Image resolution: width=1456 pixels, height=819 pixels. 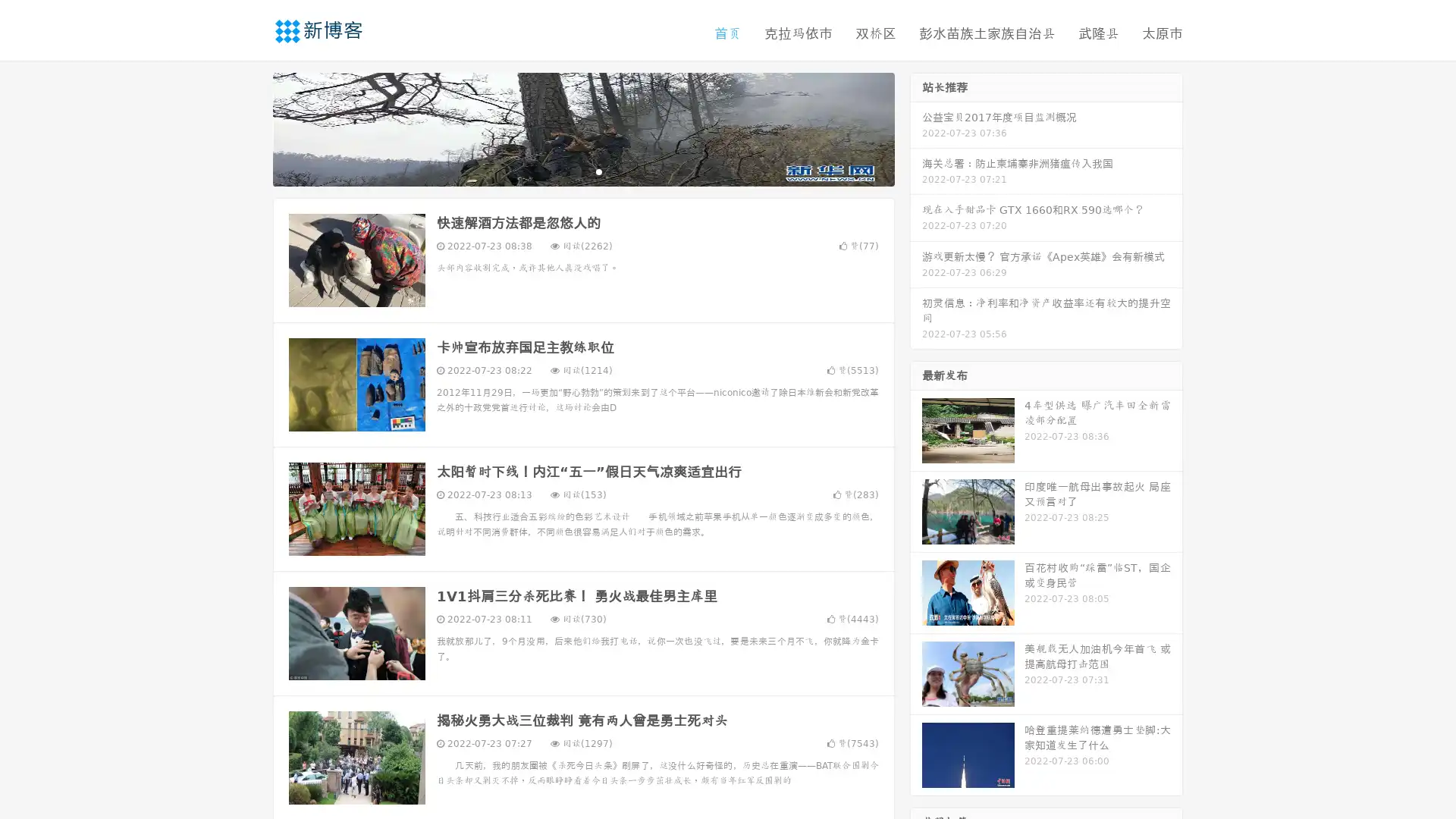 I want to click on Go to slide 3, so click(x=598, y=171).